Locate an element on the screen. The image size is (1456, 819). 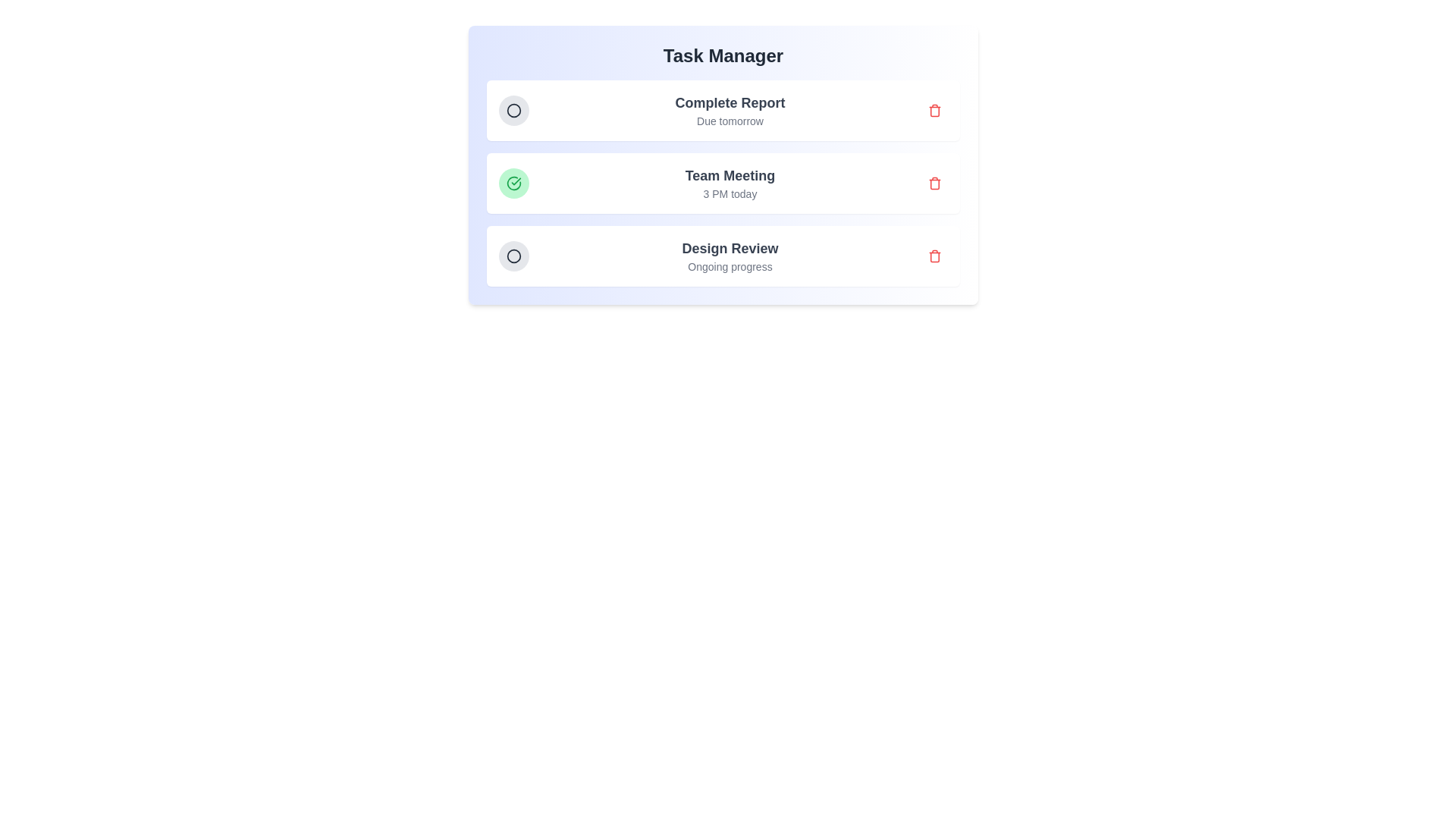
the text block displaying the title 'Design Review' and the status 'Ongoing progress' is located at coordinates (730, 256).